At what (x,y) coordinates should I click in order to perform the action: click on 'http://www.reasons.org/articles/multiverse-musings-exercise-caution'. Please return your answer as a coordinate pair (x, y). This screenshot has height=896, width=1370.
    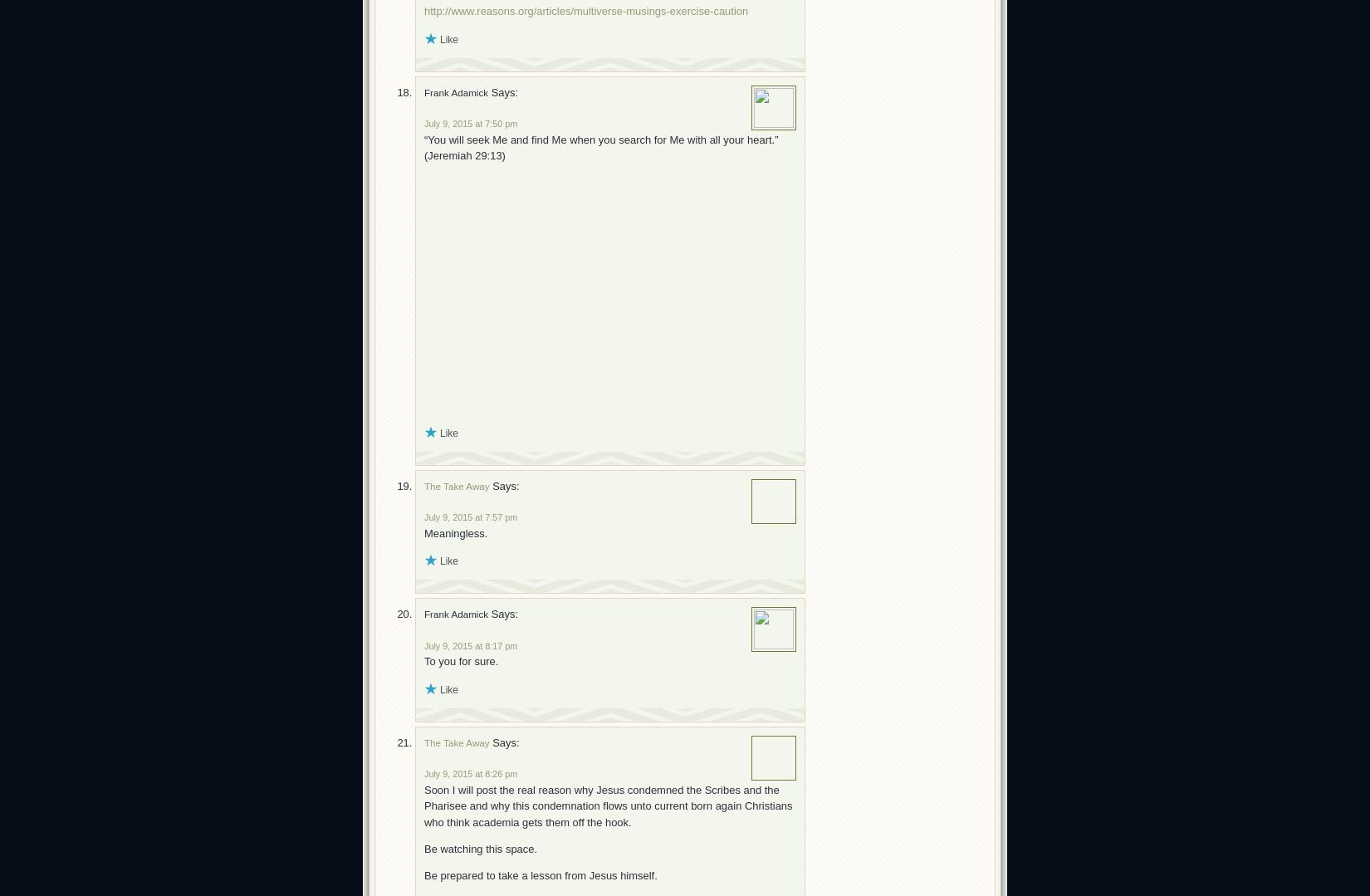
    Looking at the image, I should click on (585, 11).